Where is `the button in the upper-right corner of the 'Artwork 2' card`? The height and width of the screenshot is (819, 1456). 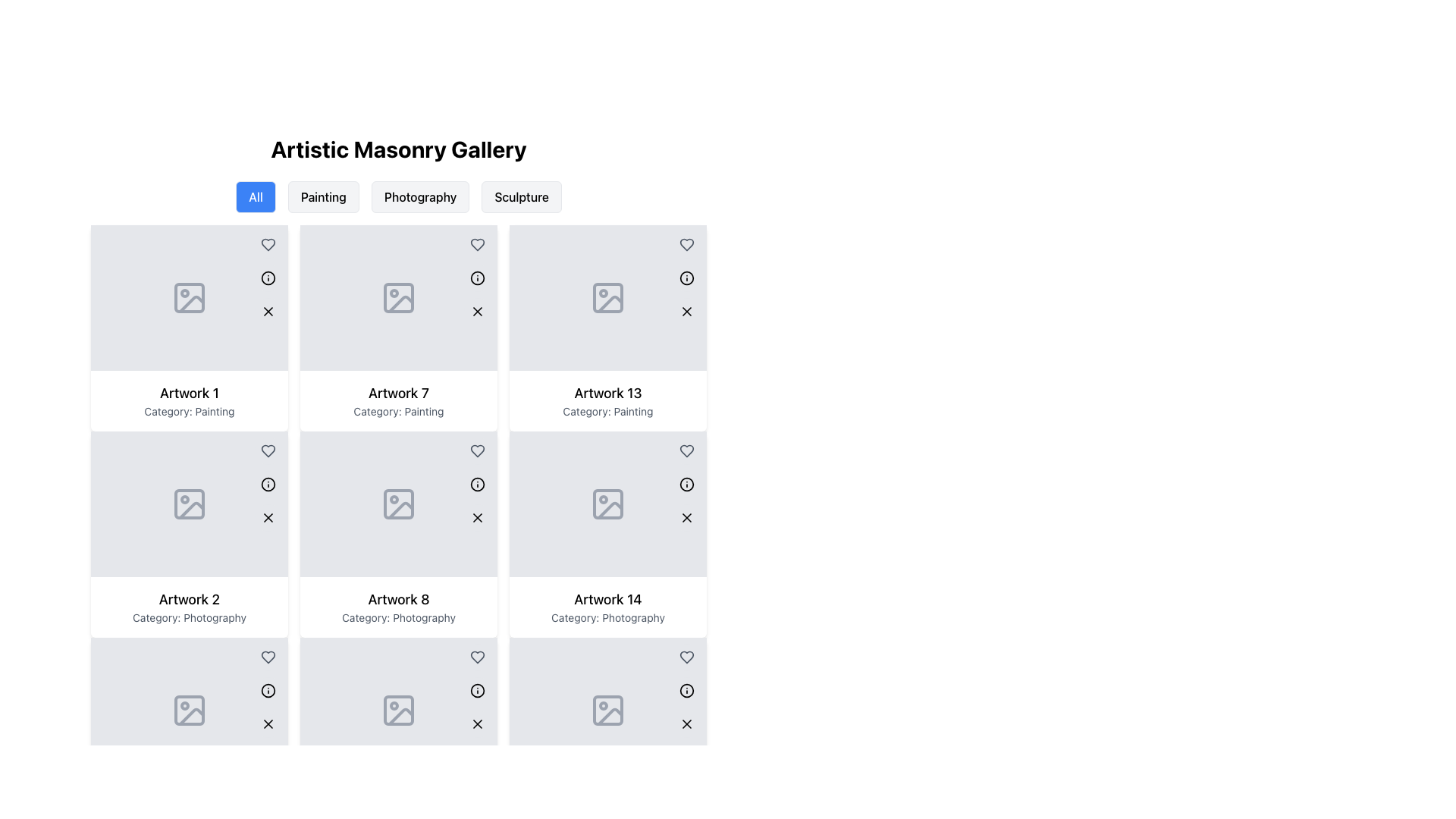 the button in the upper-right corner of the 'Artwork 2' card is located at coordinates (268, 485).